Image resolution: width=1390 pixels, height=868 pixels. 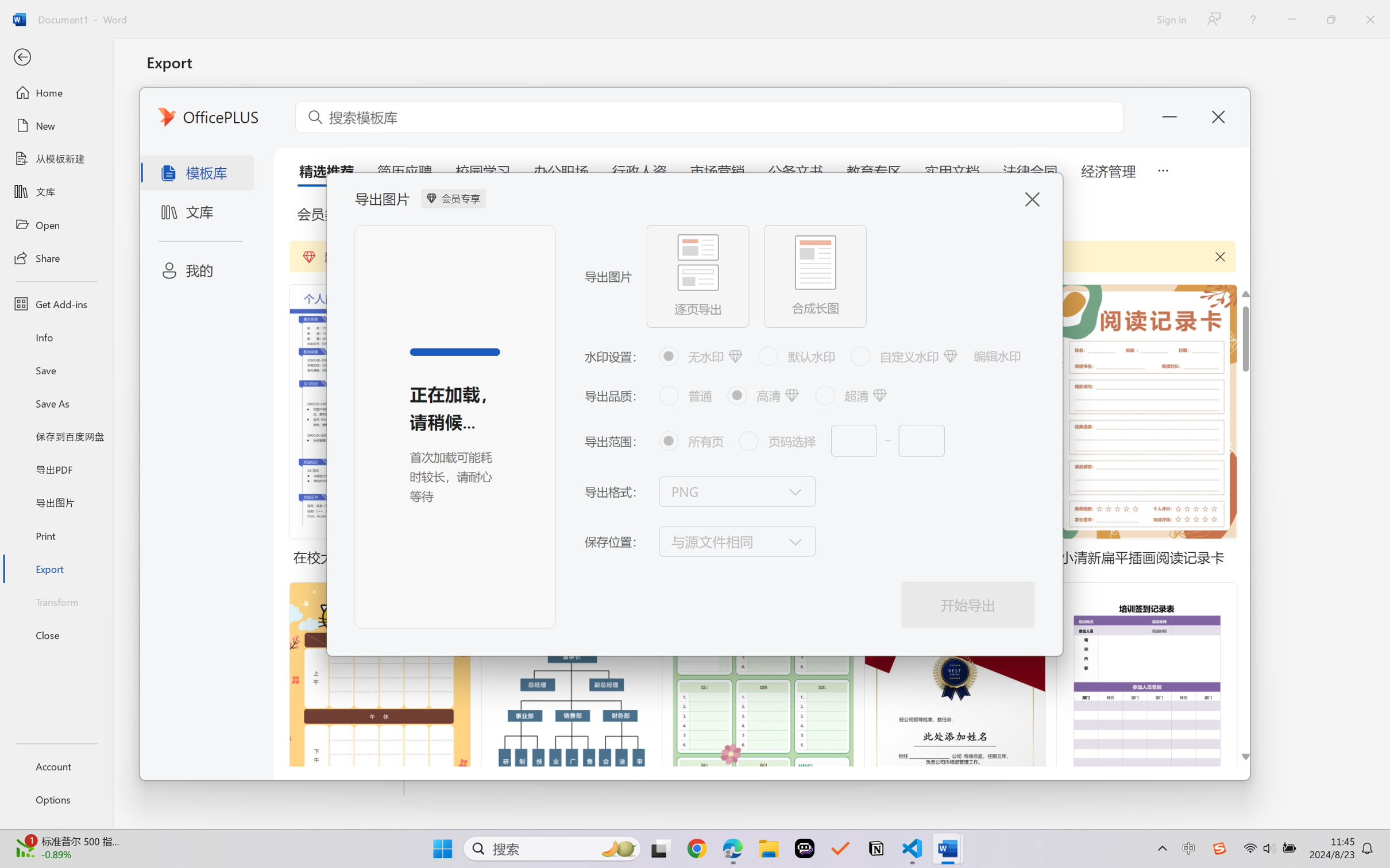 I want to click on 'Transform', so click(x=56, y=600).